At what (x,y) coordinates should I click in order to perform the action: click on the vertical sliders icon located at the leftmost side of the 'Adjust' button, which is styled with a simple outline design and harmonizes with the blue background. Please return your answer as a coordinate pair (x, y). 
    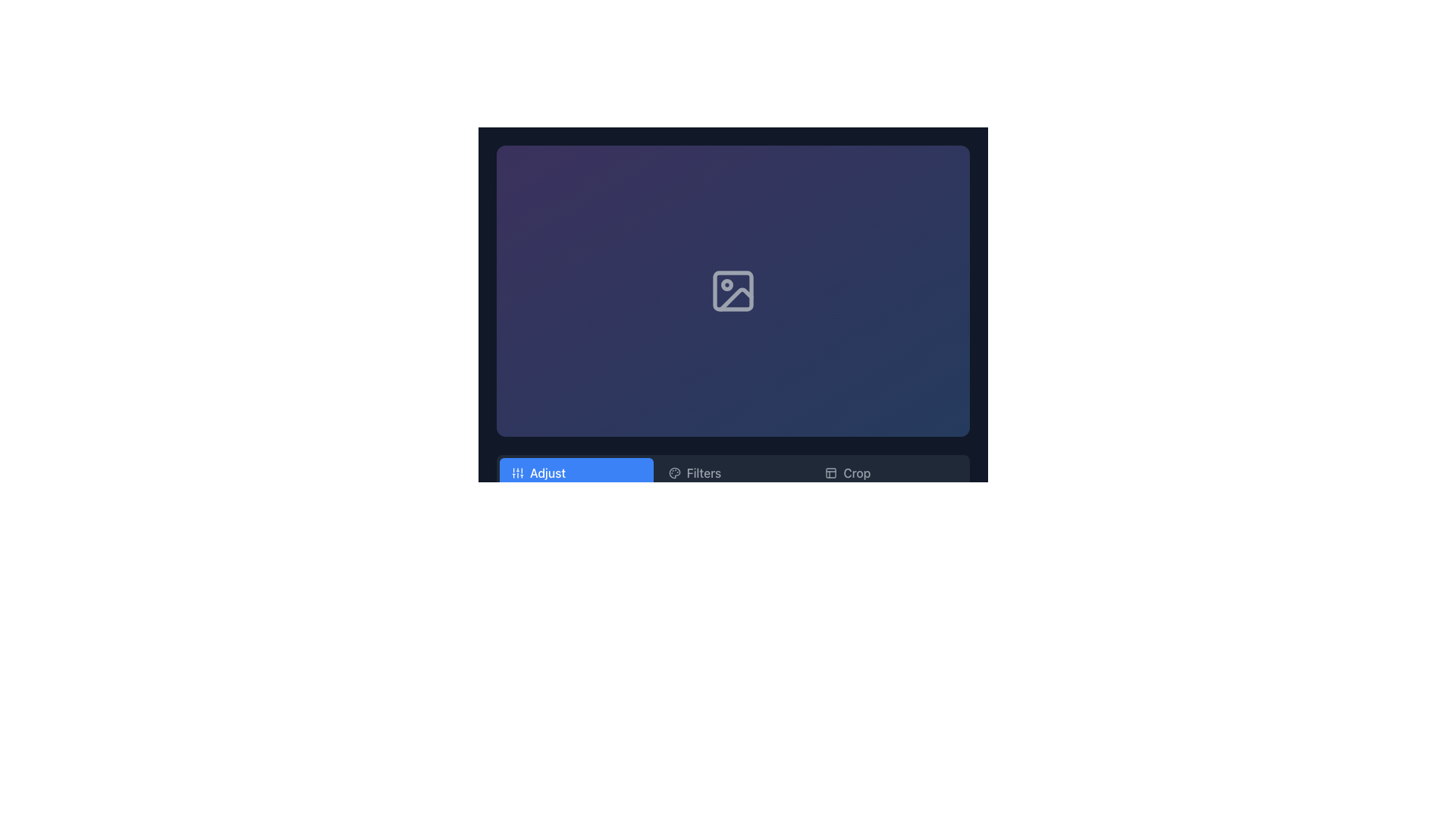
    Looking at the image, I should click on (517, 472).